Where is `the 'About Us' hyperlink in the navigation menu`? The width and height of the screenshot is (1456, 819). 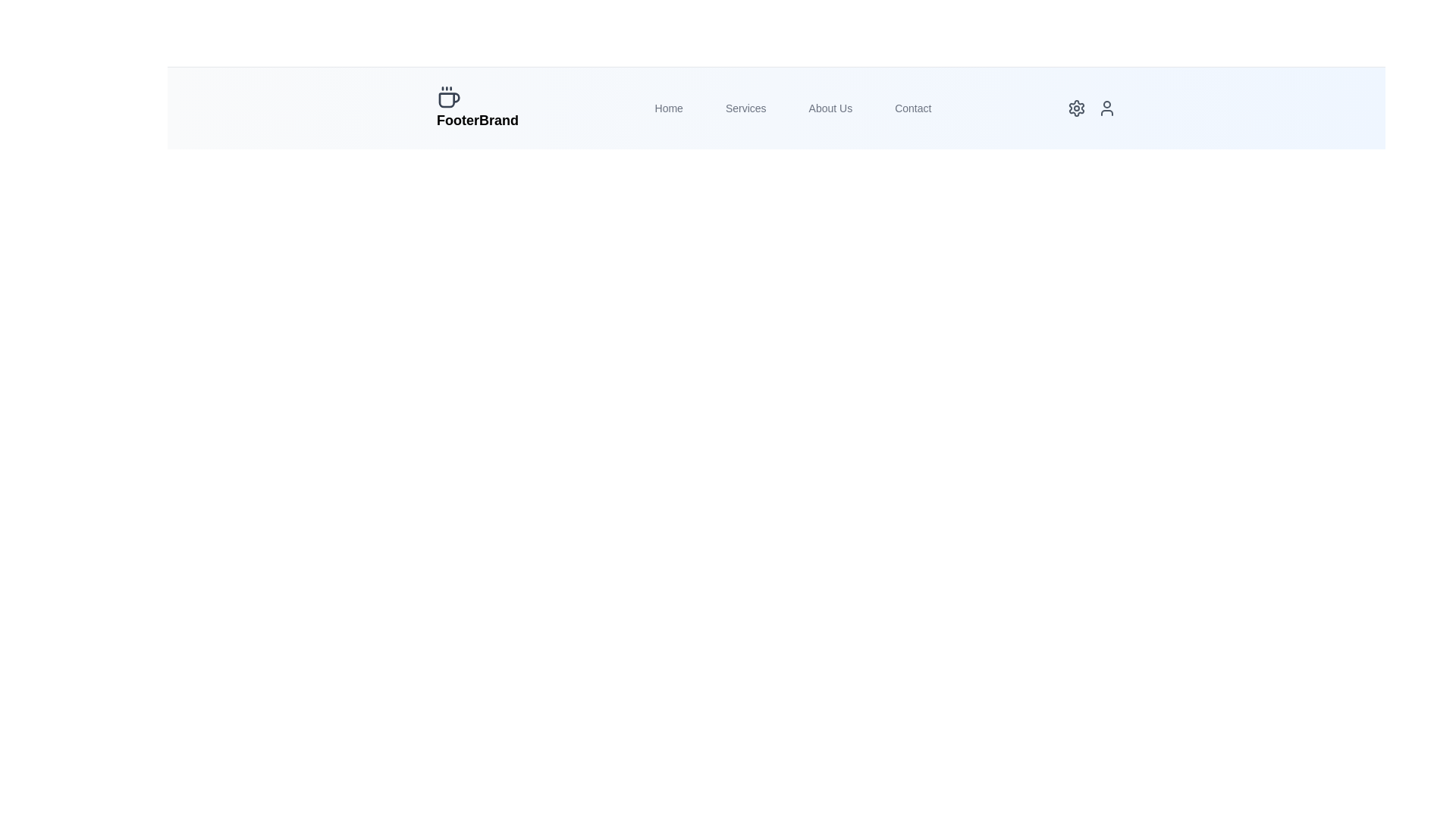 the 'About Us' hyperlink in the navigation menu is located at coordinates (830, 107).